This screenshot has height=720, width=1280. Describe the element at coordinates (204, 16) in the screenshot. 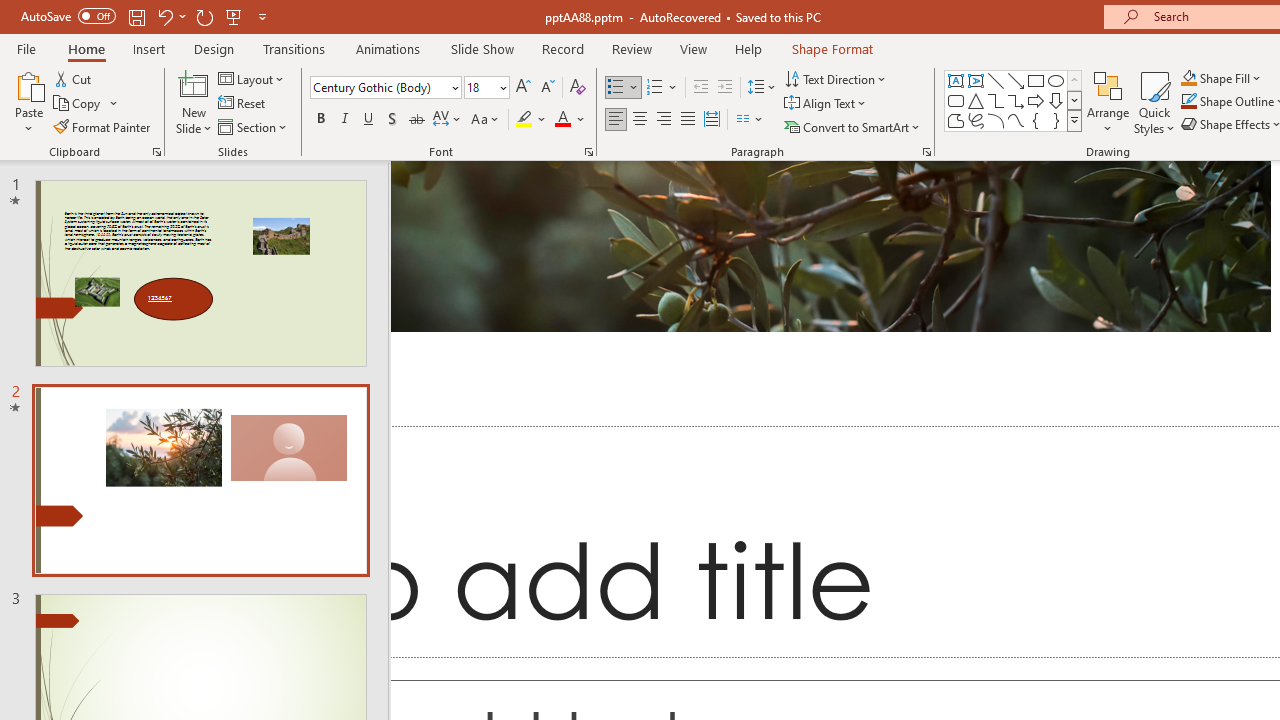

I see `'Redo'` at that location.